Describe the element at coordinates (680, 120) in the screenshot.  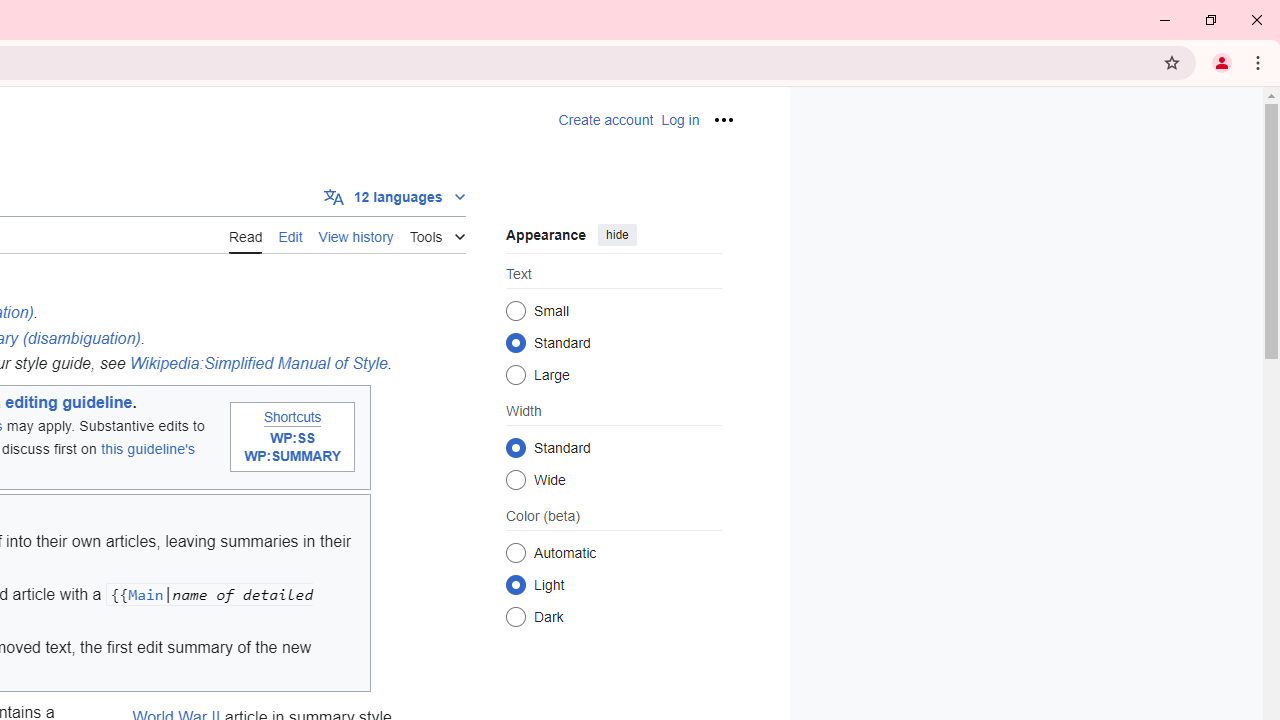
I see `'AutomationID: pt-login-2'` at that location.